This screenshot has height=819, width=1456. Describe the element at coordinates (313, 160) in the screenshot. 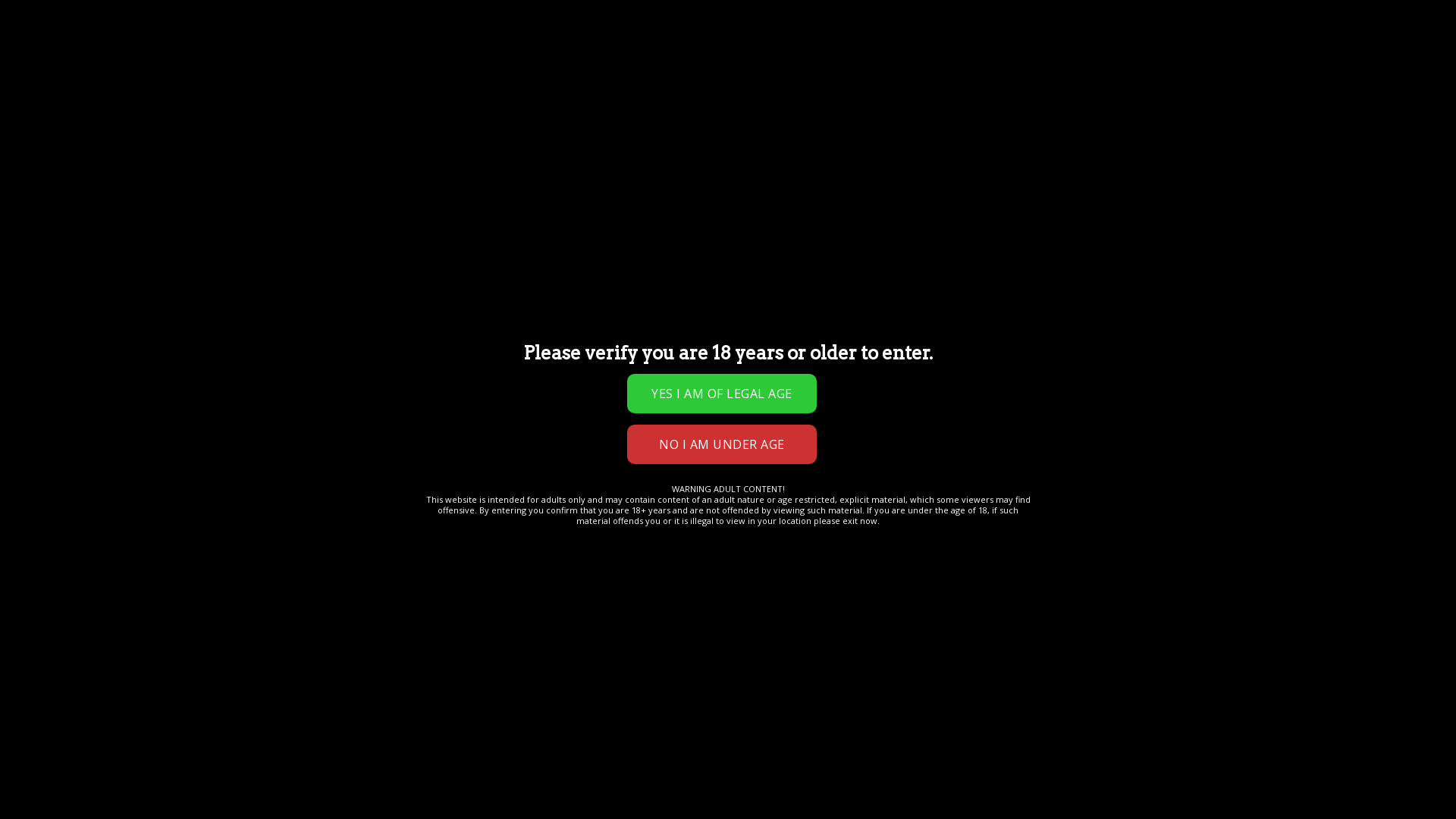

I see `'PACKING RODS'` at that location.